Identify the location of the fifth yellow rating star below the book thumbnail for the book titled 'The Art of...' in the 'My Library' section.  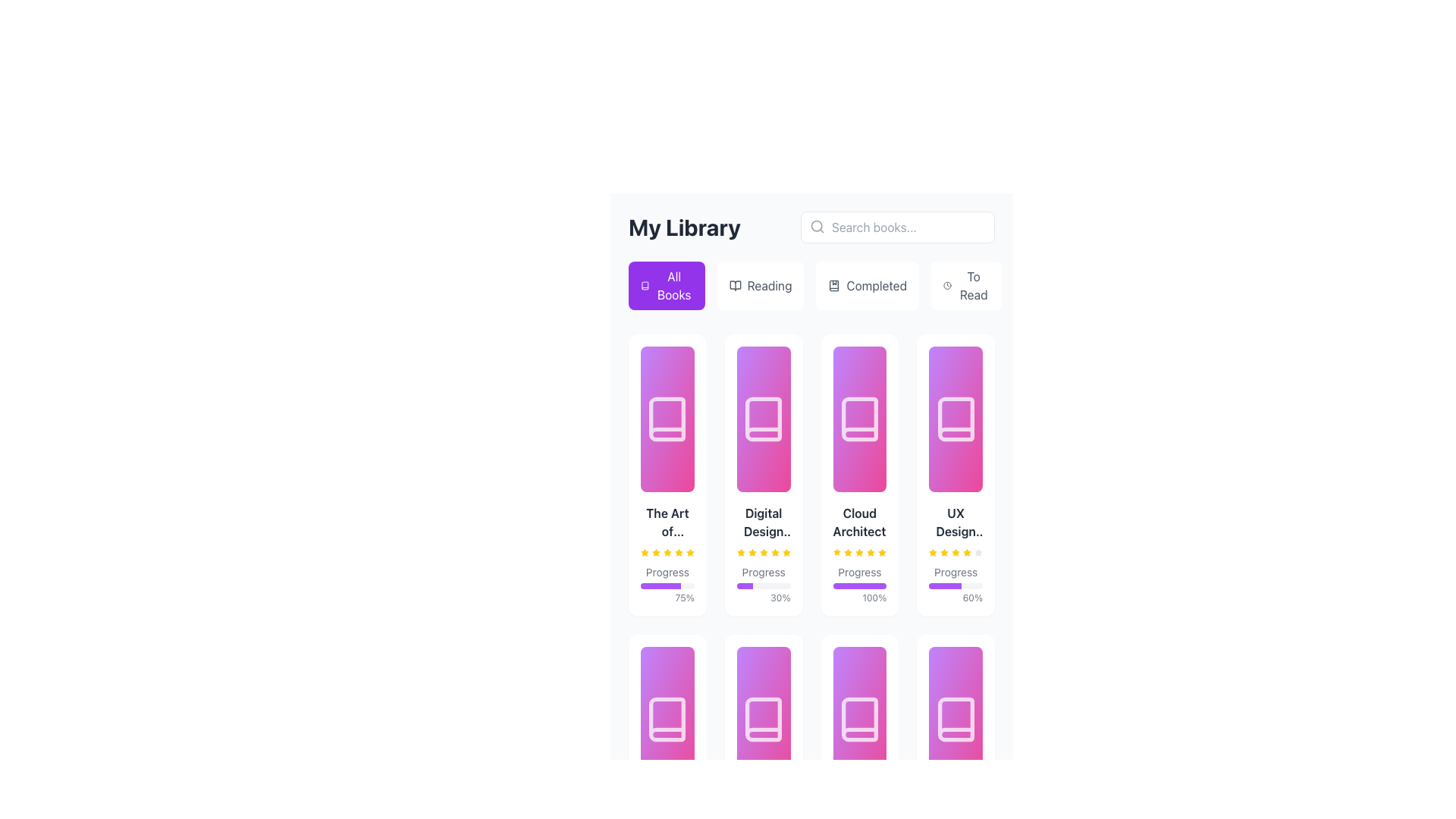
(678, 552).